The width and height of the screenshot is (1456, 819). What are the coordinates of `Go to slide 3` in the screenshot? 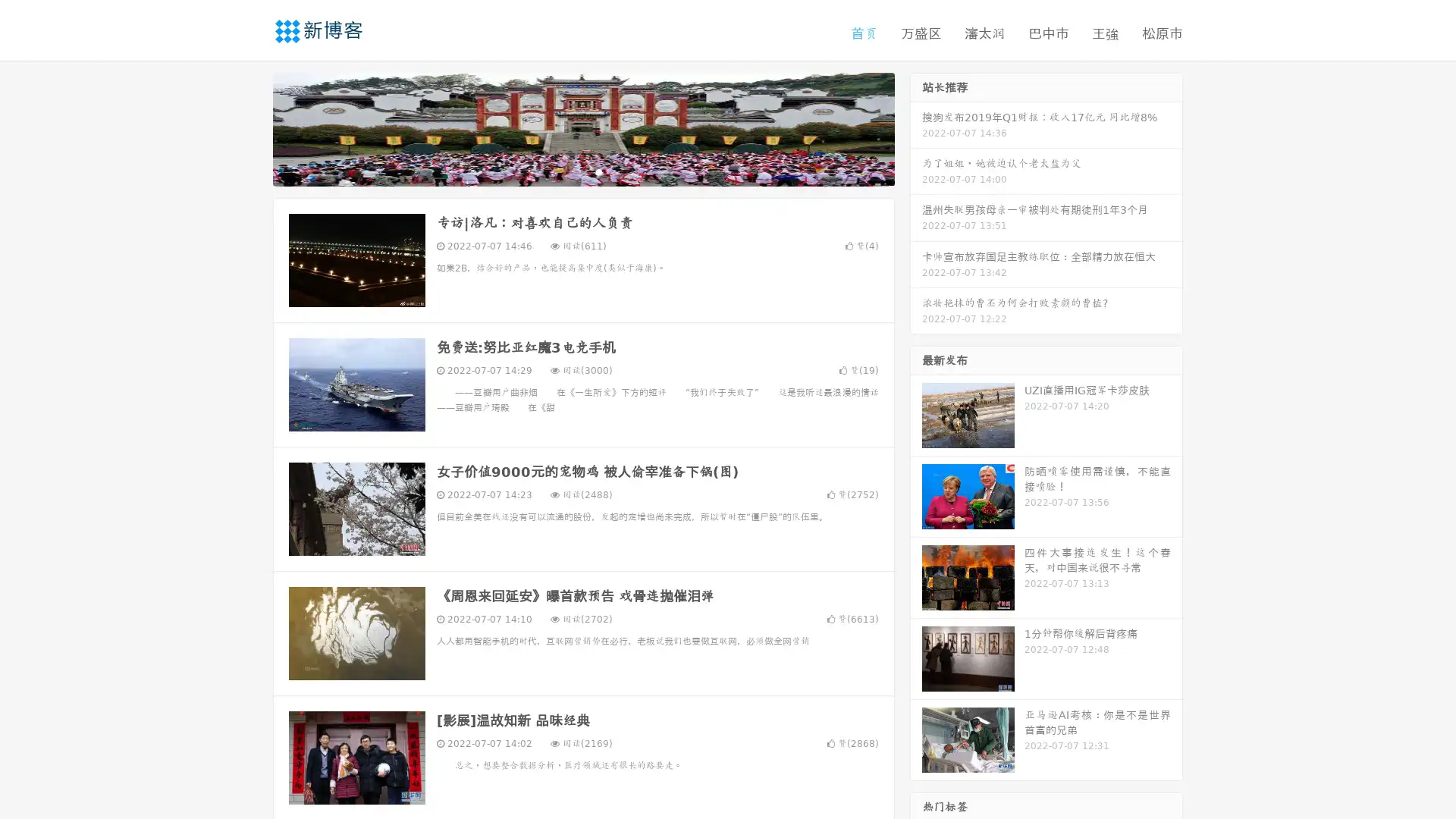 It's located at (598, 171).